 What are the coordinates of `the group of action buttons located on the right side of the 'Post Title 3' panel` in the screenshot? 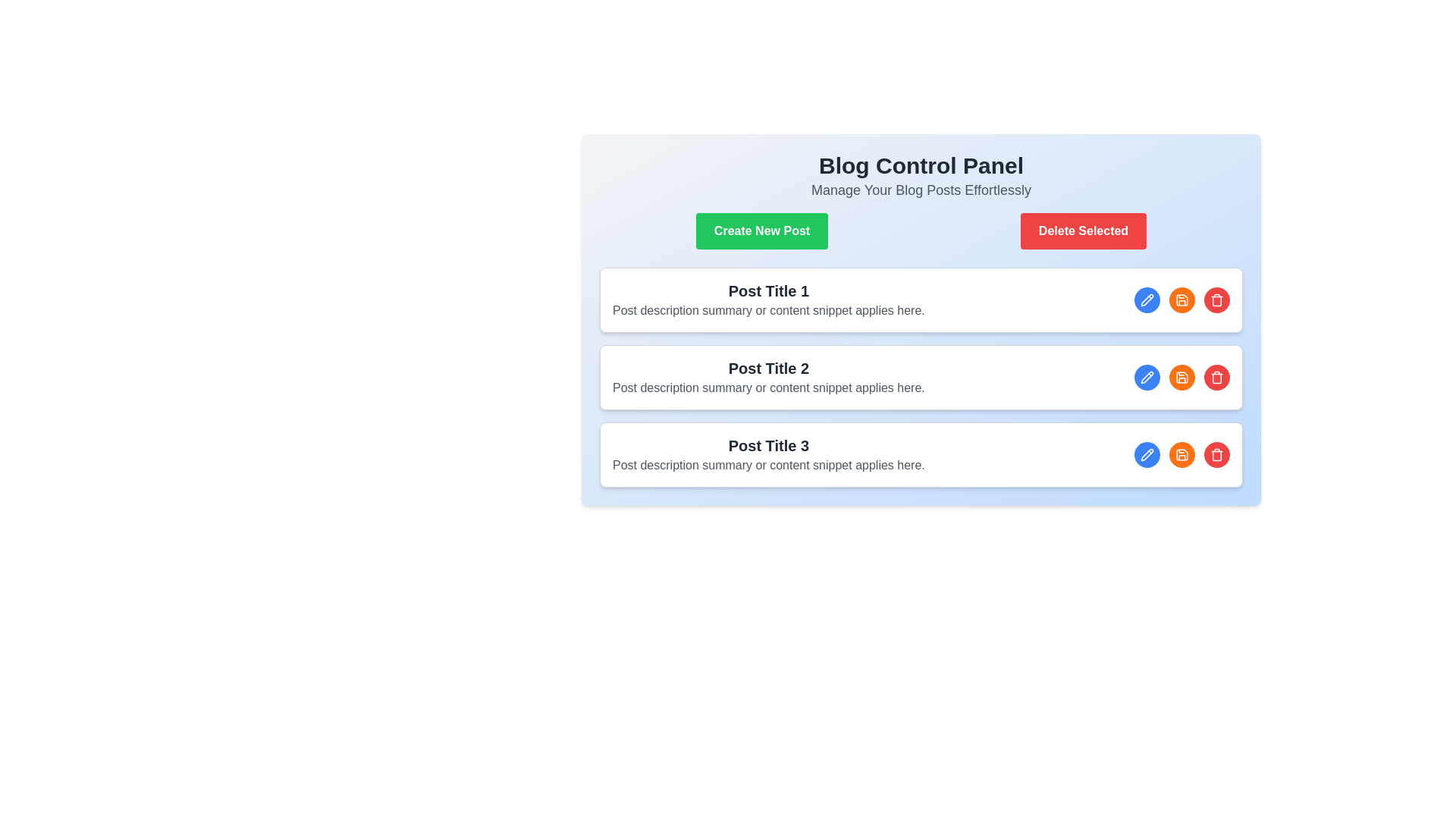 It's located at (1181, 454).